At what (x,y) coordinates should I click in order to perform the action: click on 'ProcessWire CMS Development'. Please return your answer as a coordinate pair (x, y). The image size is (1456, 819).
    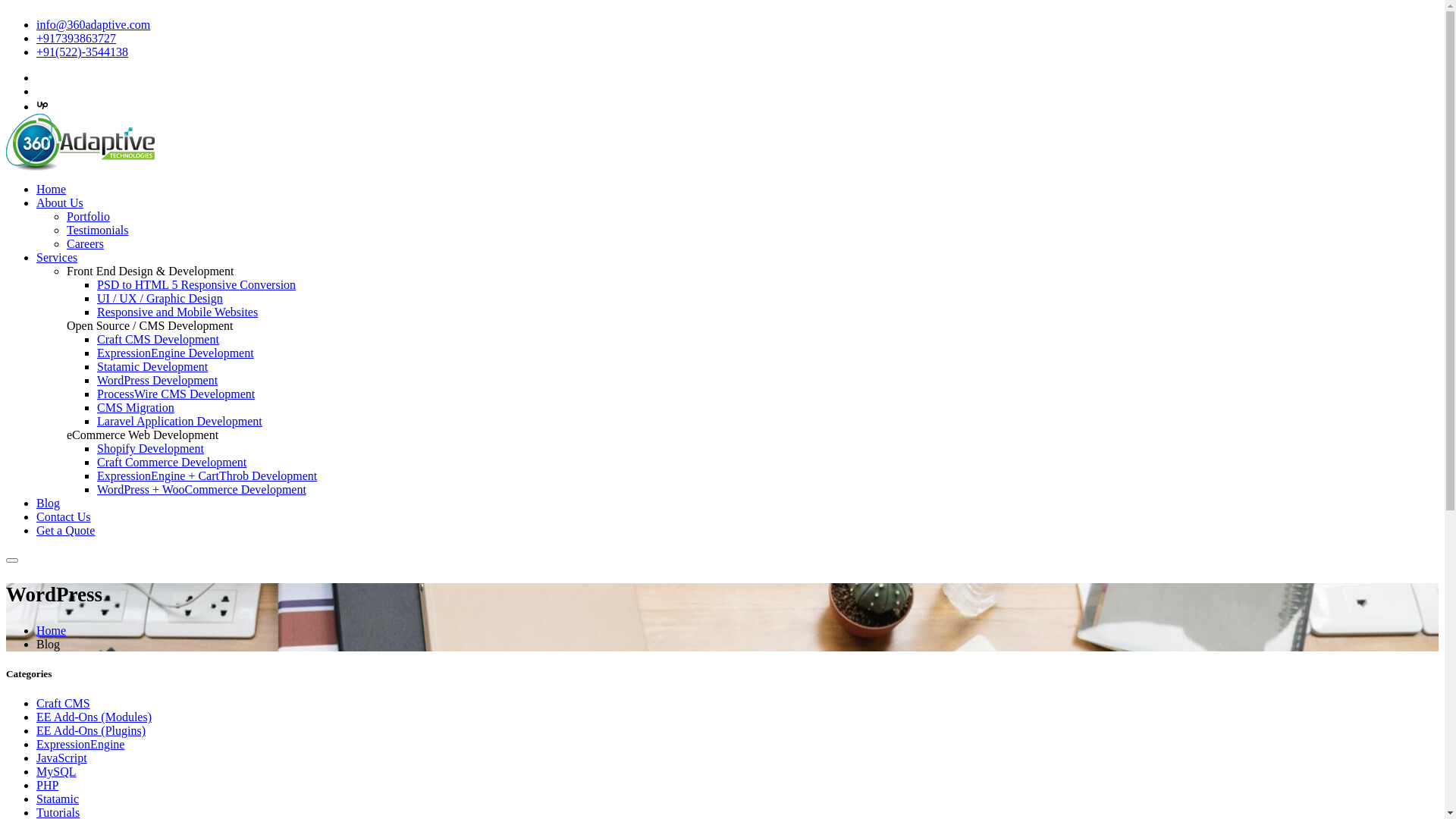
    Looking at the image, I should click on (96, 393).